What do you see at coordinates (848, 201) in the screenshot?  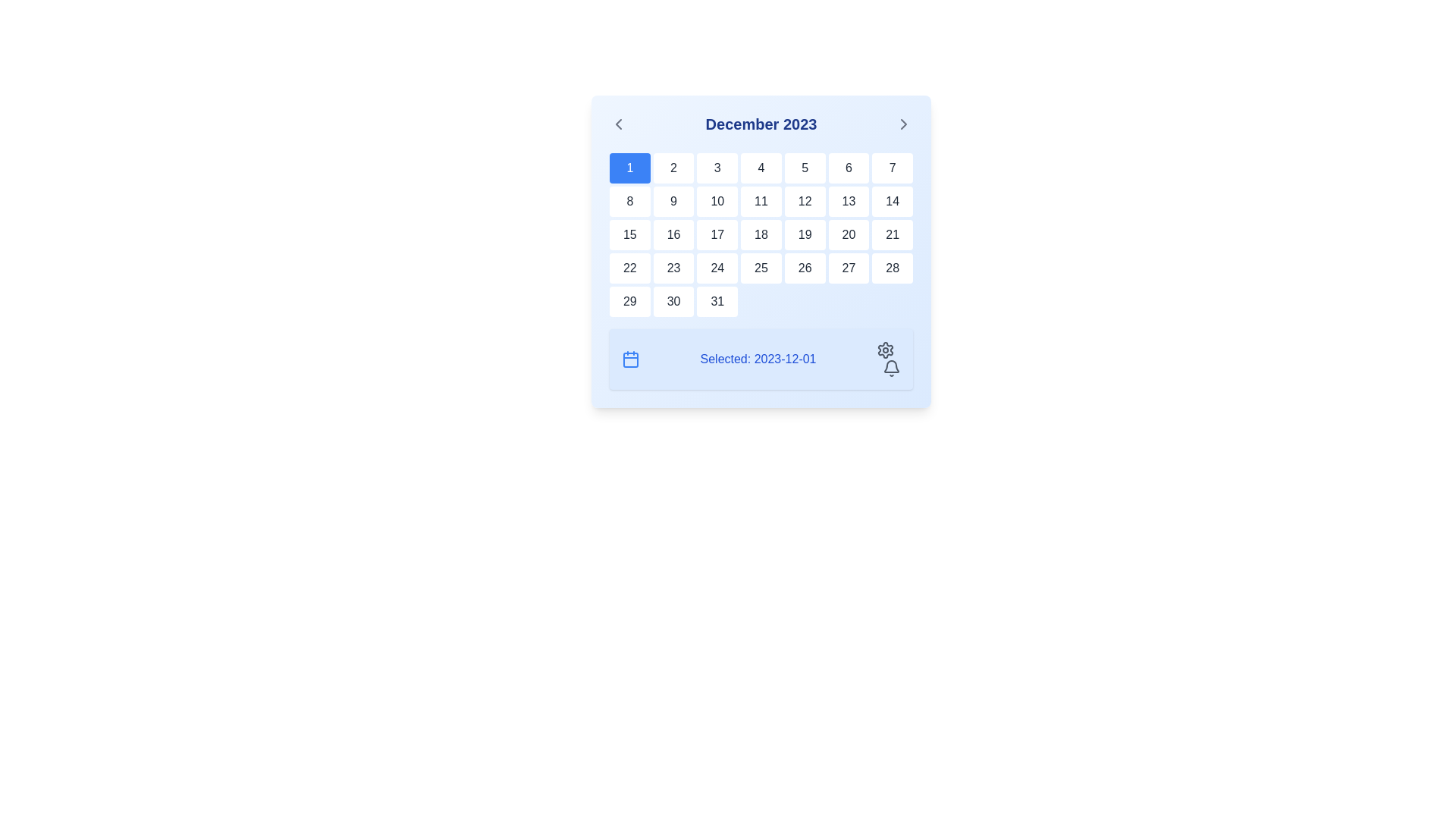 I see `the button-like interactive component displaying '13' in the calendar under 'December 2023'` at bounding box center [848, 201].